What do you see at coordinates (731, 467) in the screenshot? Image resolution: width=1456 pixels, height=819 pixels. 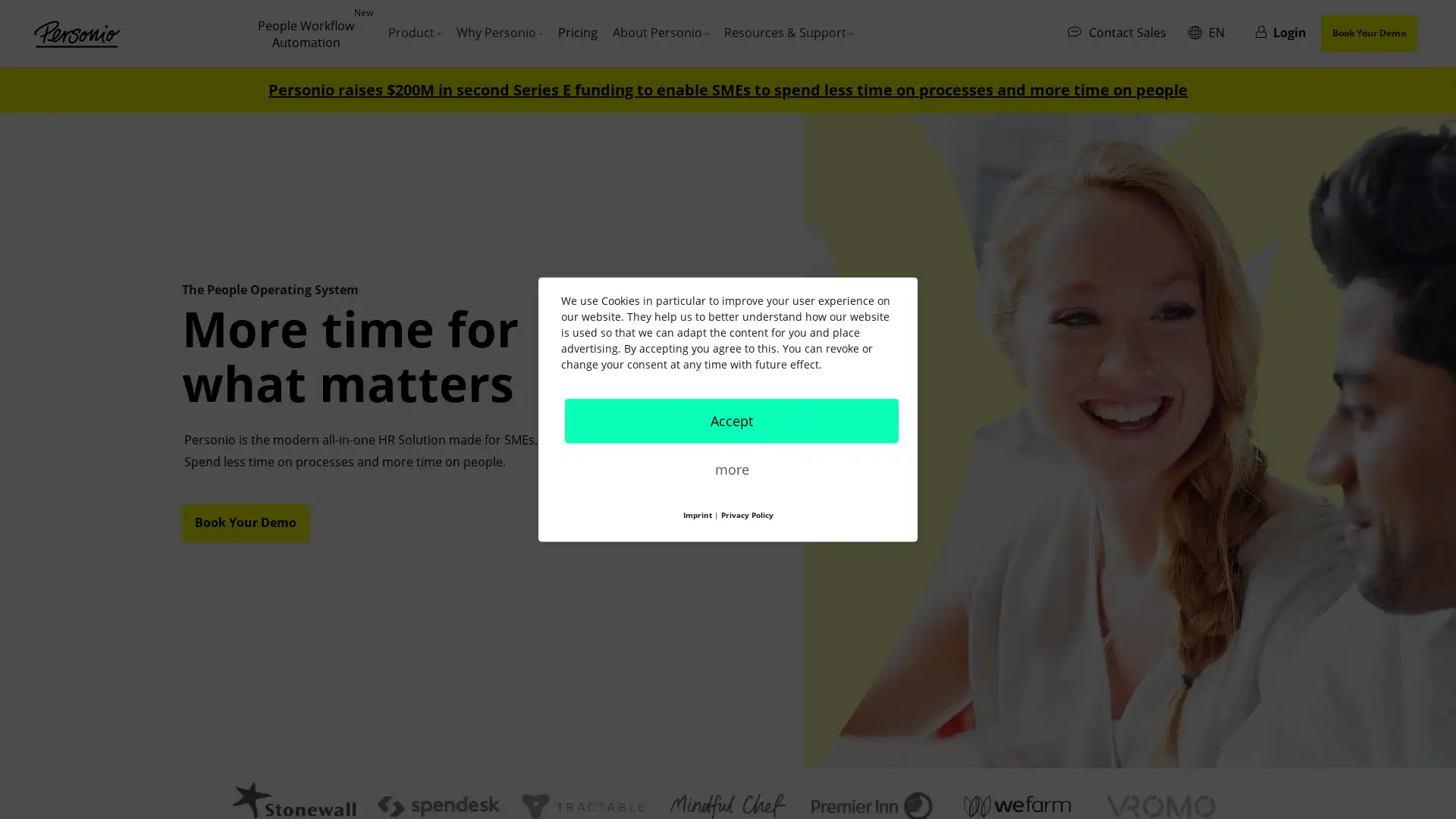 I see `more` at bounding box center [731, 467].